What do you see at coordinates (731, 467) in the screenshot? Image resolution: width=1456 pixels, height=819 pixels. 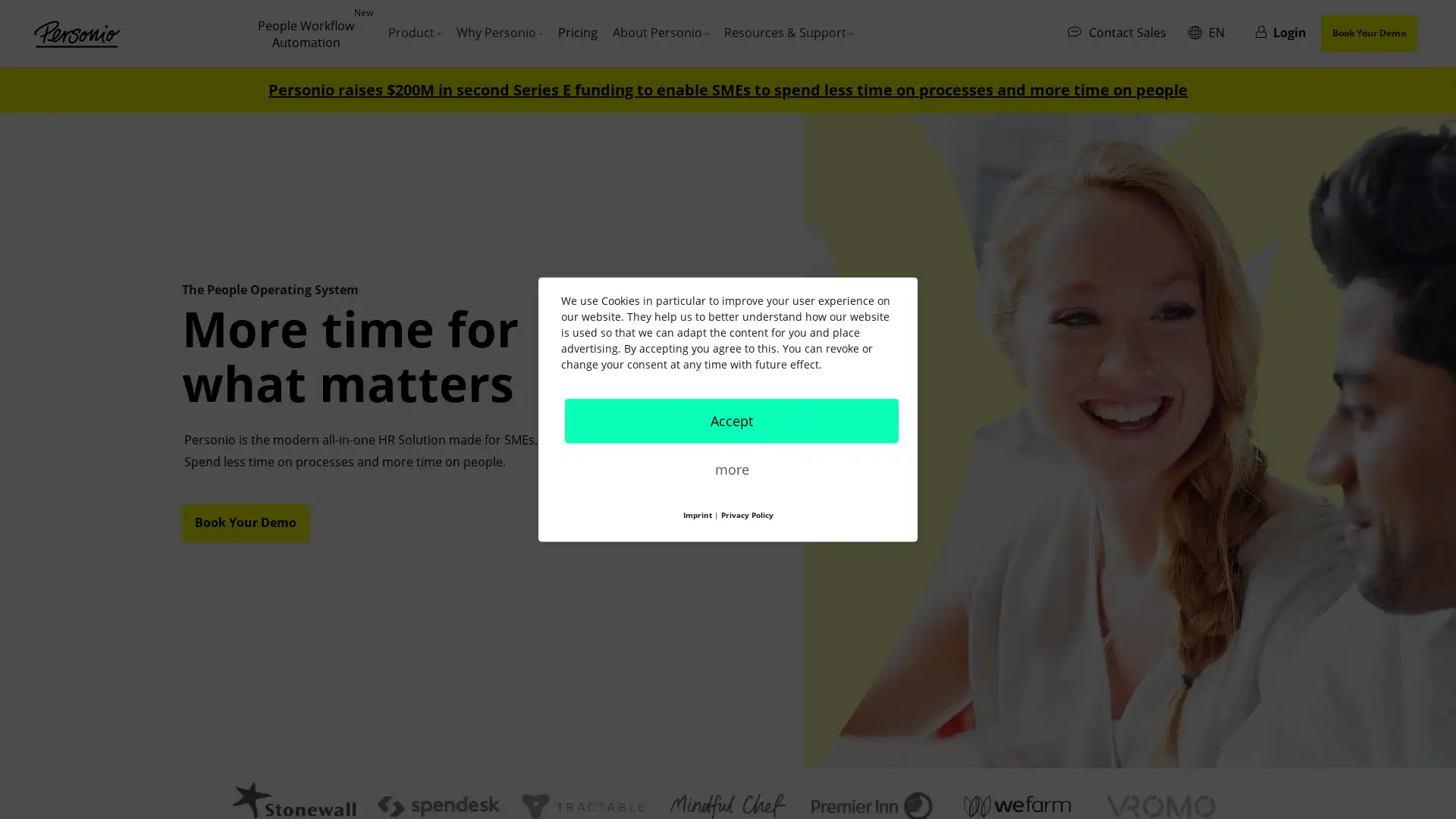 I see `more` at bounding box center [731, 467].